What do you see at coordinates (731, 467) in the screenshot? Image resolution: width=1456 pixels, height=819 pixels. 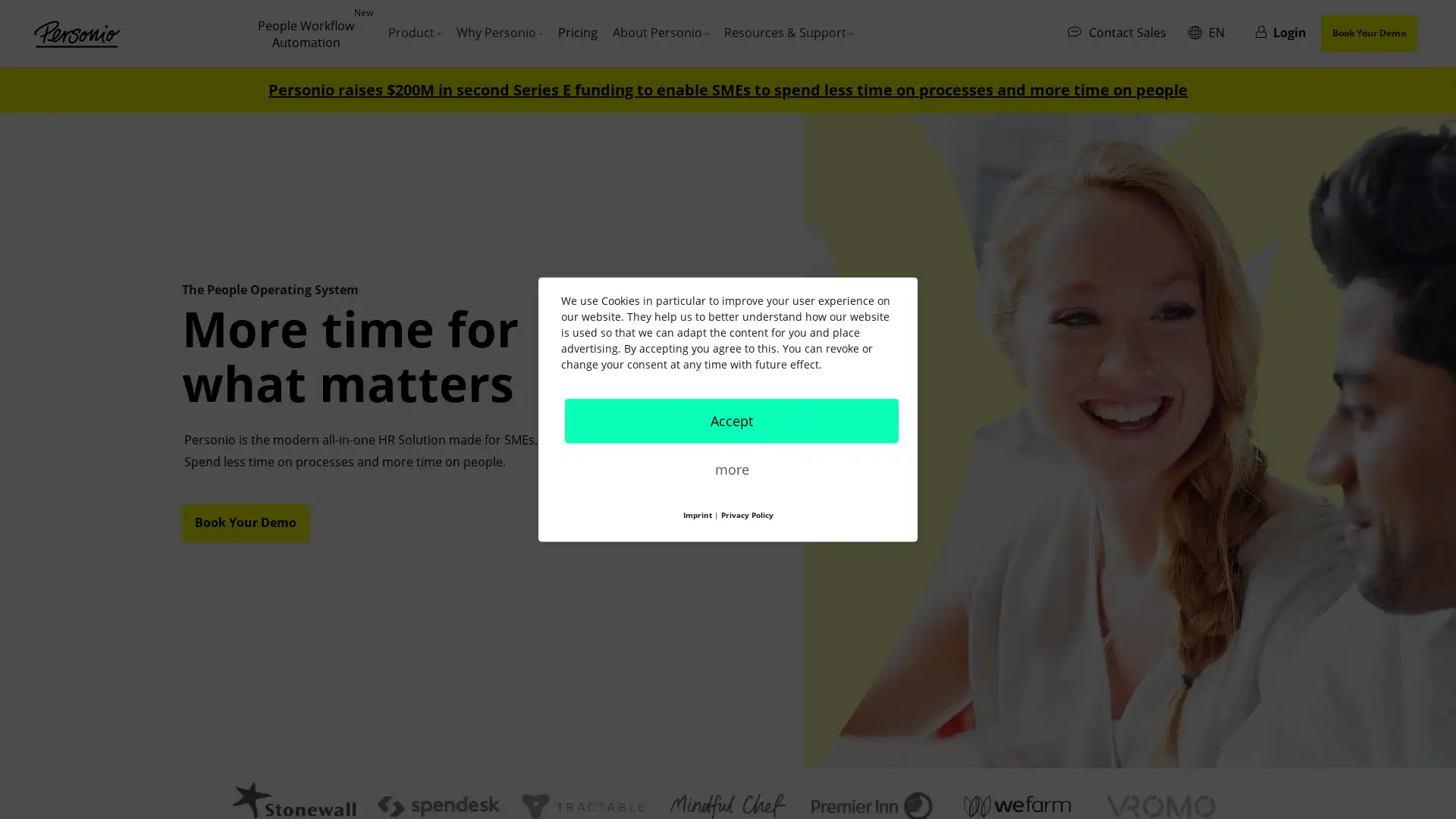 I see `more` at bounding box center [731, 467].